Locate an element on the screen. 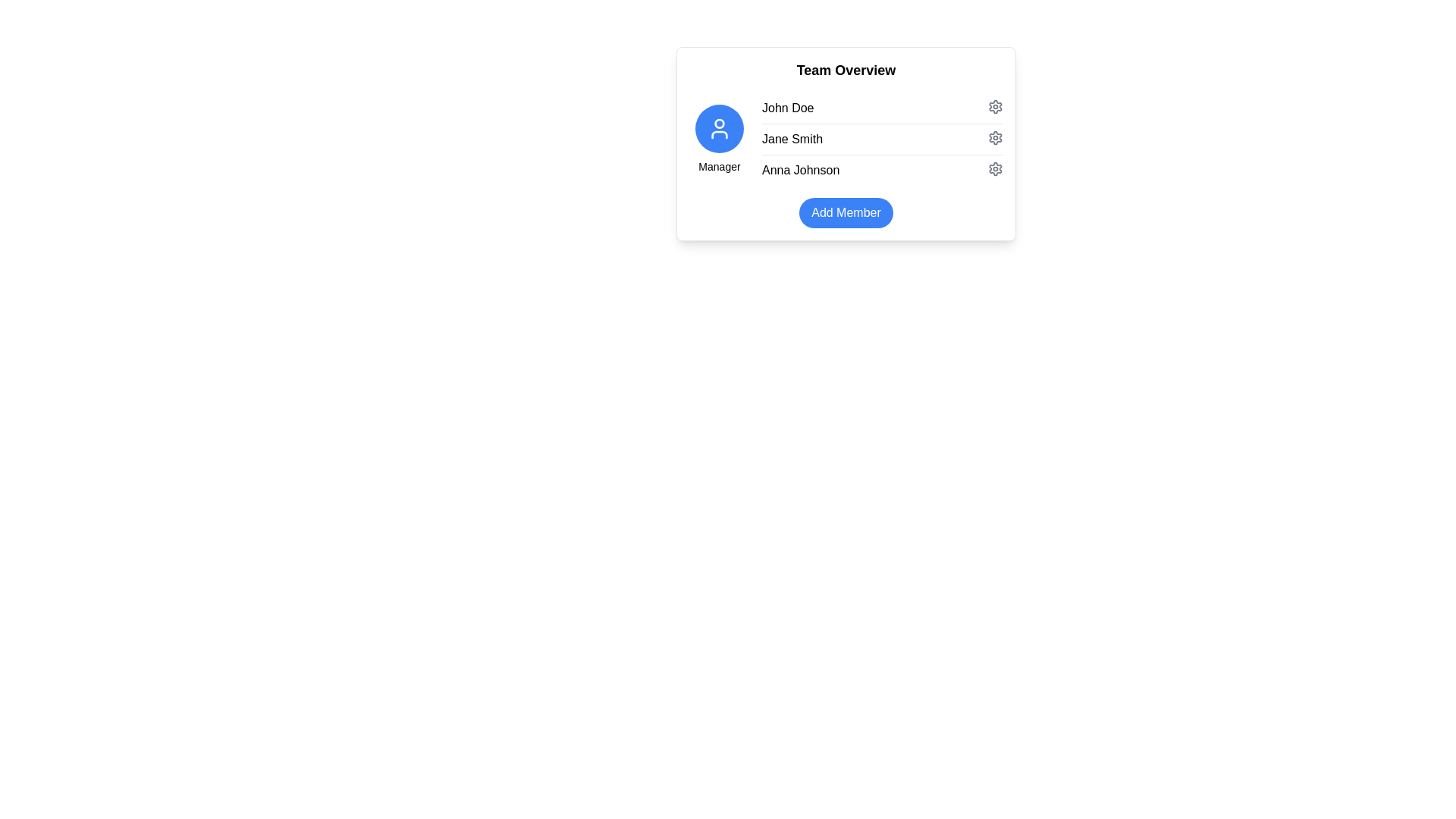 This screenshot has height=819, width=1456. the List Item representing a team member's information located is located at coordinates (846, 143).